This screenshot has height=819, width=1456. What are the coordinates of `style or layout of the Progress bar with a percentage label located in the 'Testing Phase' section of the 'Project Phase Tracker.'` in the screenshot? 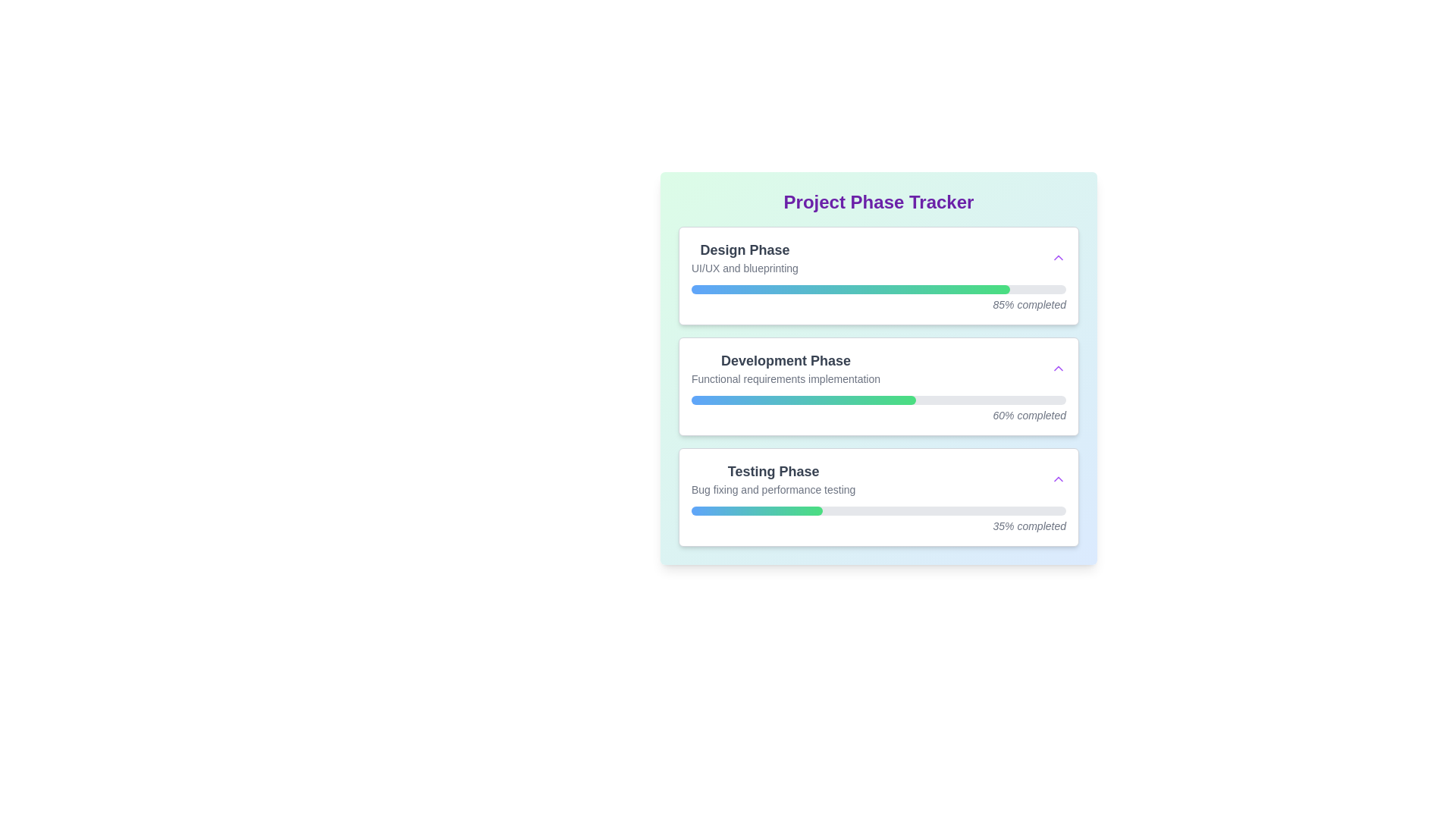 It's located at (878, 519).